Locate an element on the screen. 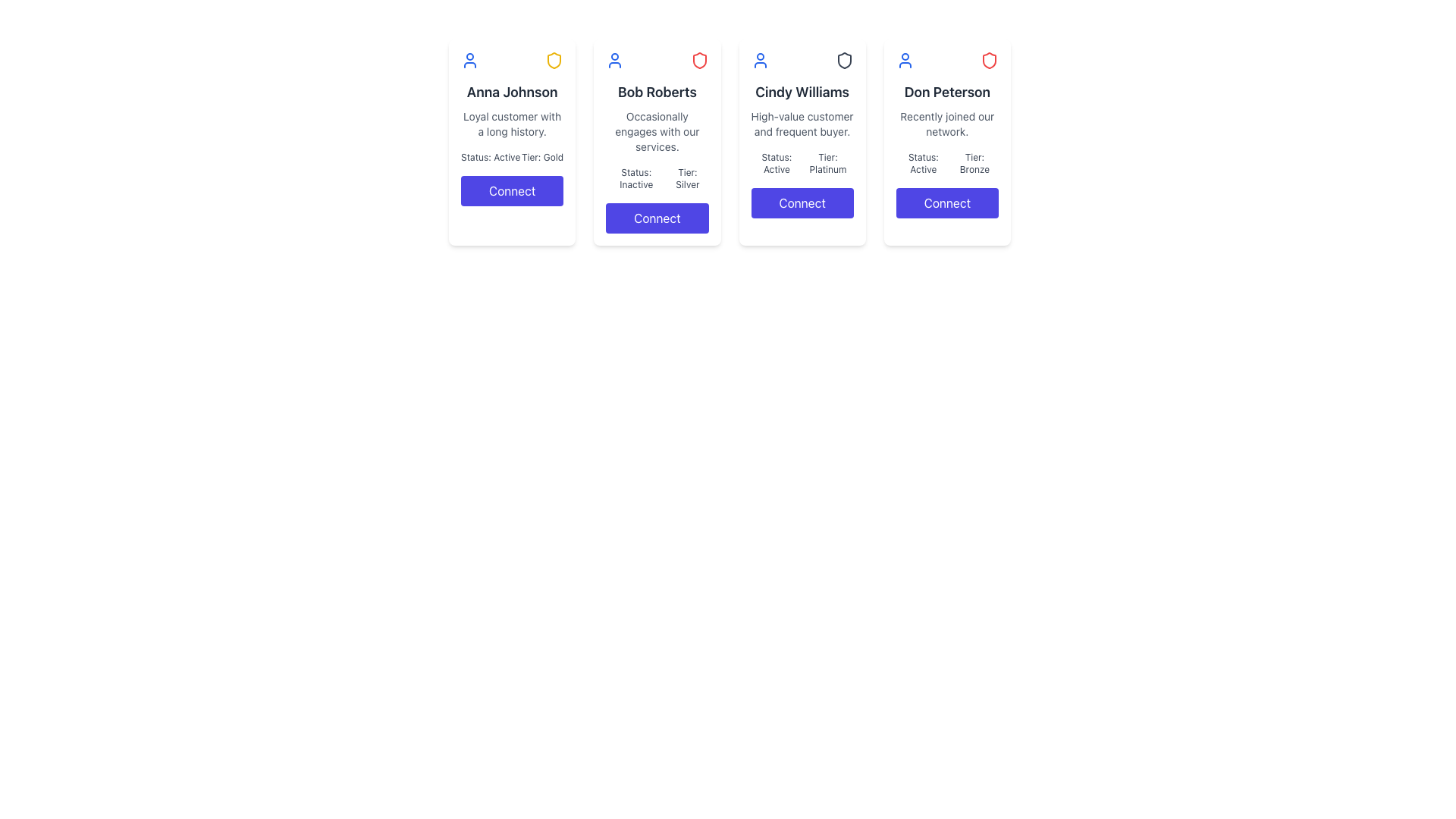  the status icon for 'Bob Roberts' located at the top-right corner of his card, which indicates security or protection is located at coordinates (698, 60).